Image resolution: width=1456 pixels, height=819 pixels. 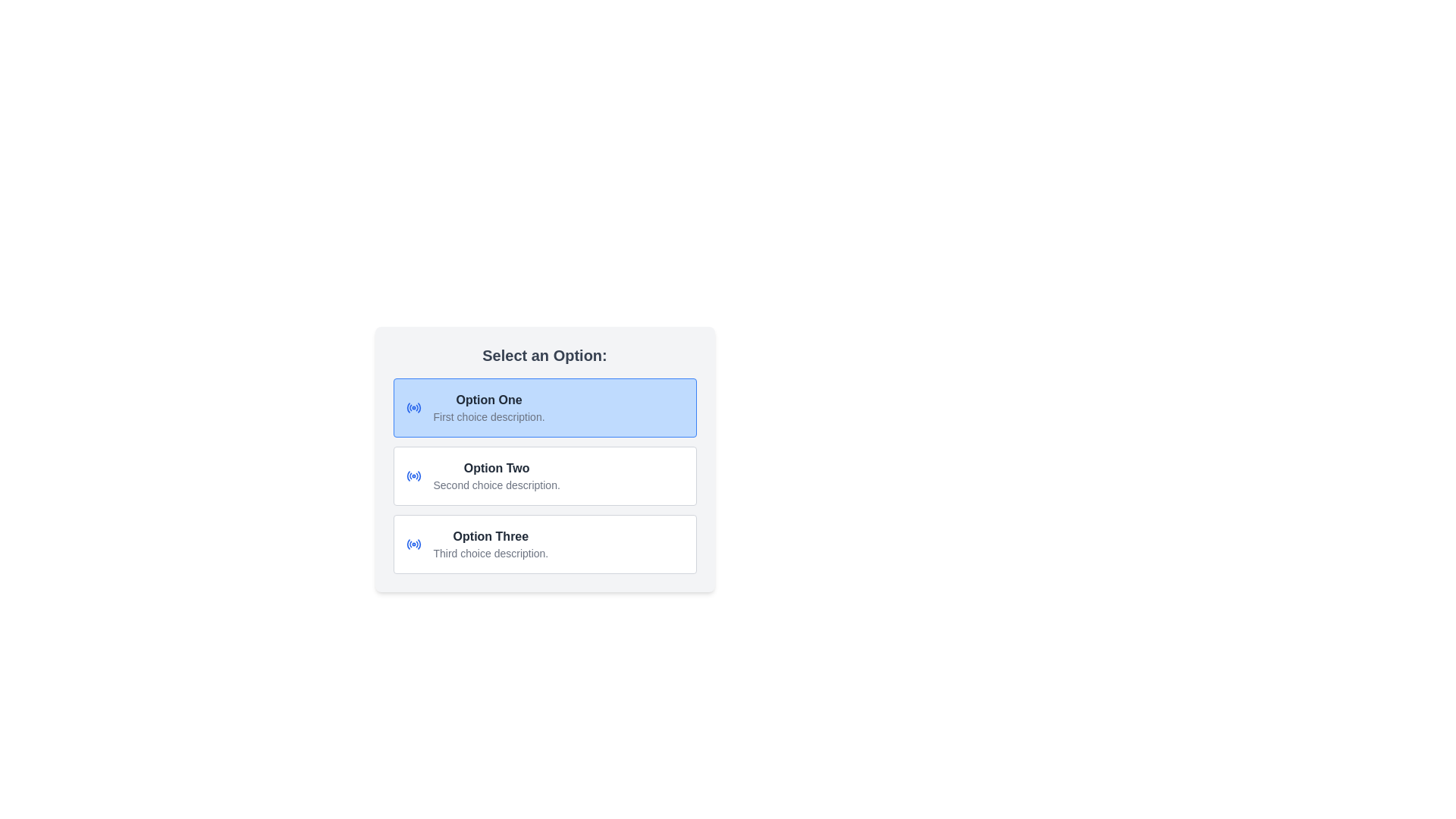 I want to click on the Text label identifying the second selectable option in the list, which is centrally aligned above the descriptive text 'Second choice description.', so click(x=497, y=467).